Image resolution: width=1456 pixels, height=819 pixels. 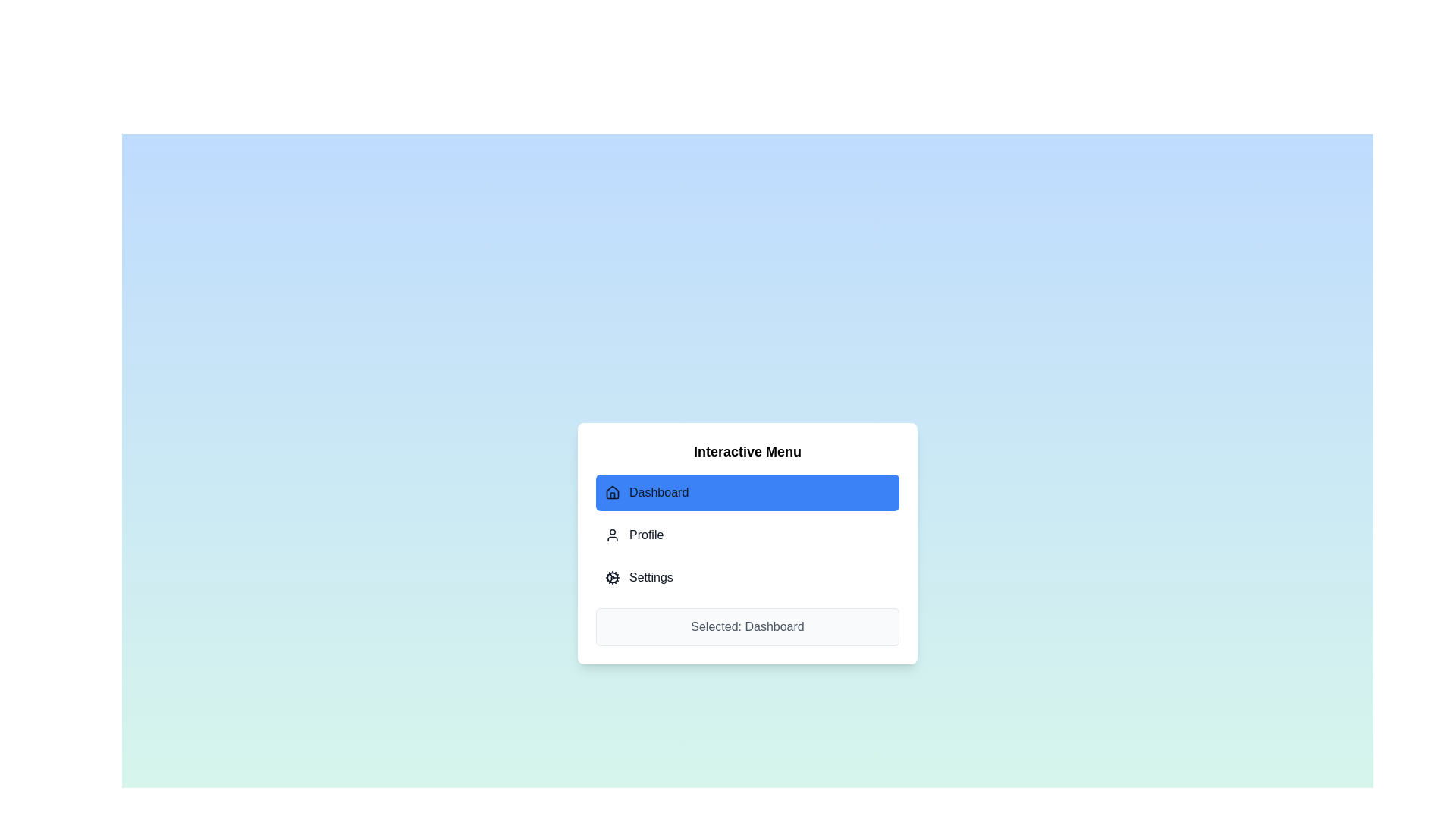 What do you see at coordinates (747, 578) in the screenshot?
I see `the tab labeled Settings to observe the visual feedback` at bounding box center [747, 578].